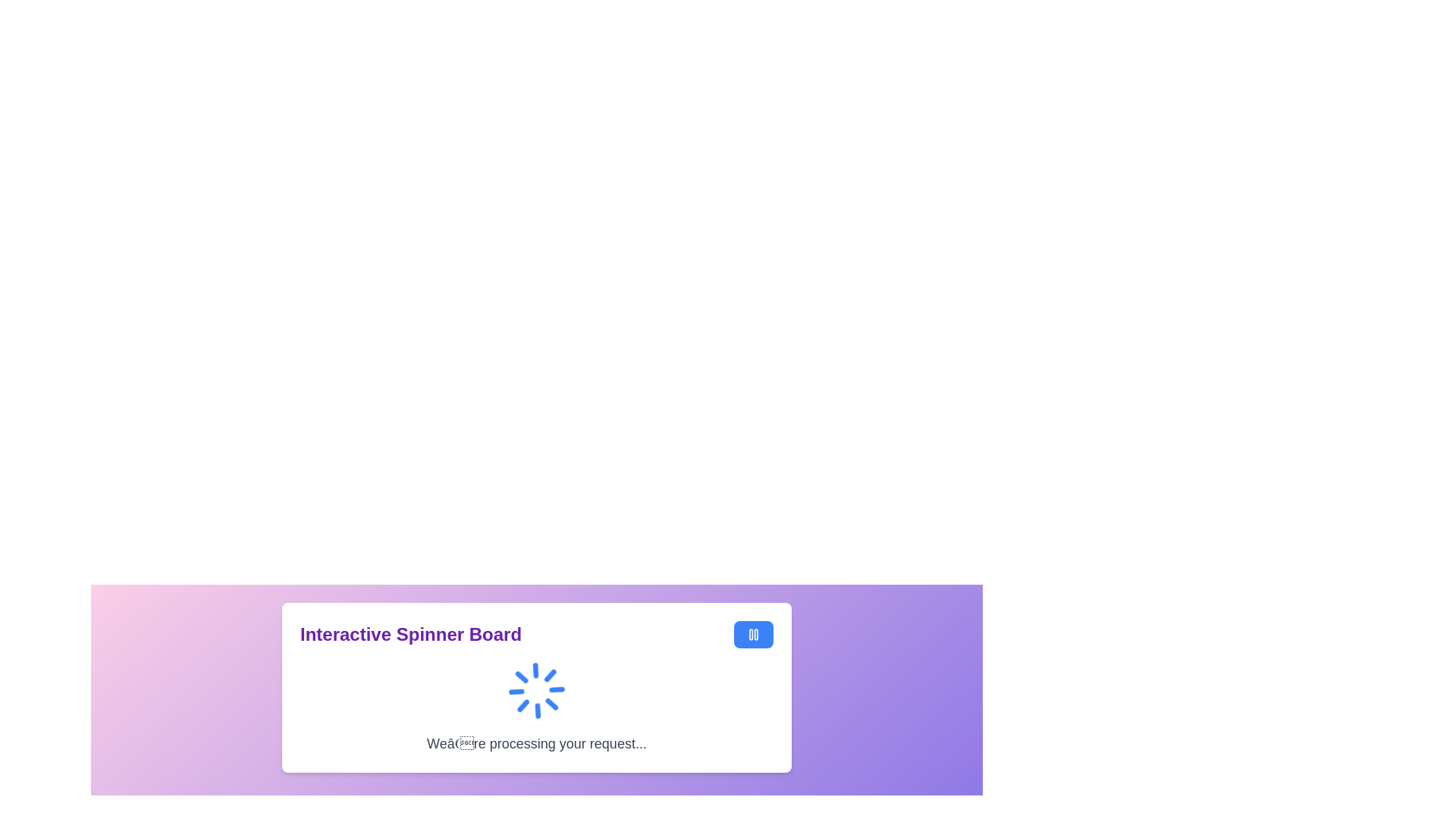  Describe the element at coordinates (522, 704) in the screenshot. I see `the small graphical line segment of the radial spinner component under the title 'Interactive Spinner Board'` at that location.